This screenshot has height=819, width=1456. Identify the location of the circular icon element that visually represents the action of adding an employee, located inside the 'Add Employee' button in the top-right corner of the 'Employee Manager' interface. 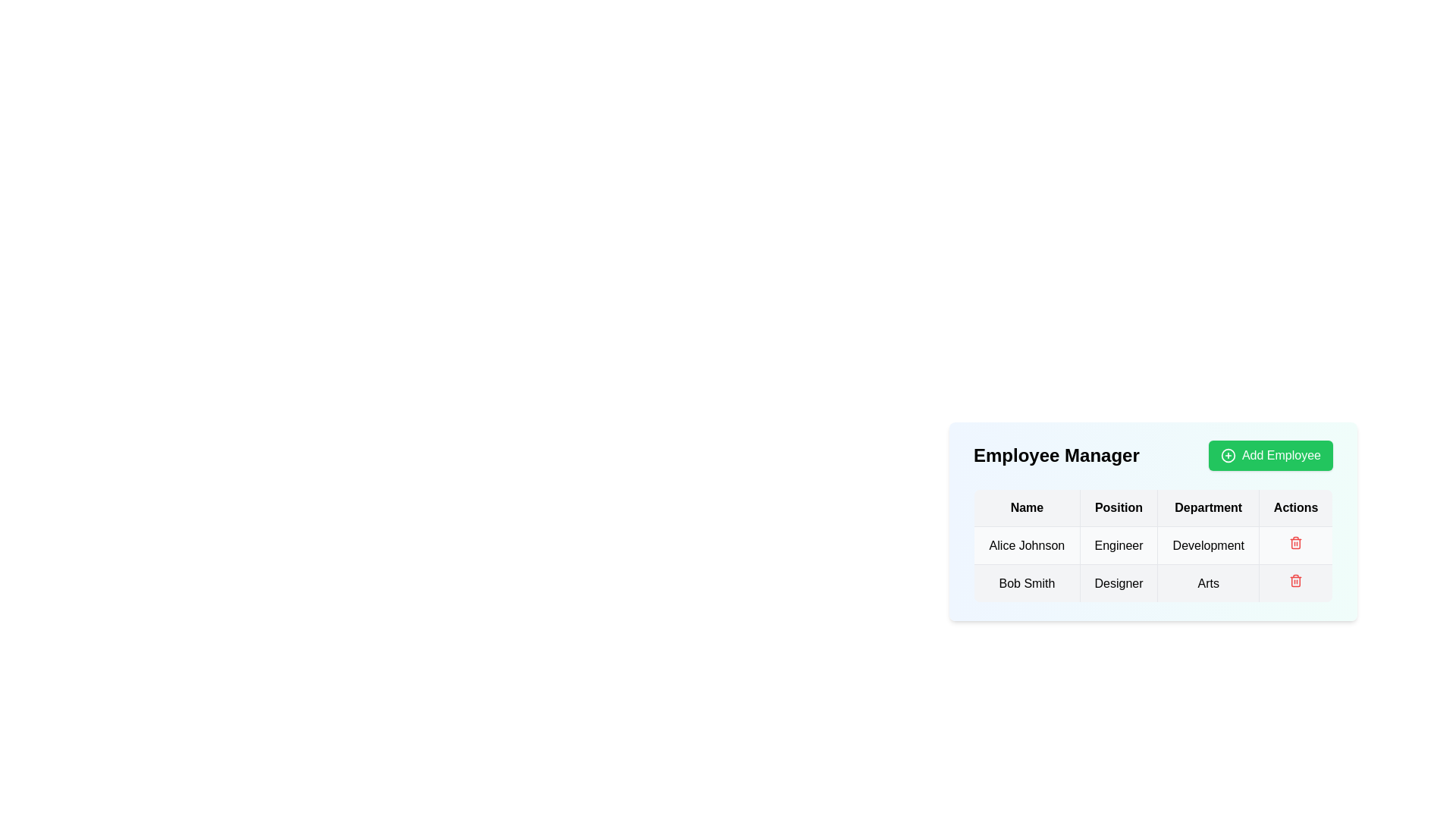
(1228, 455).